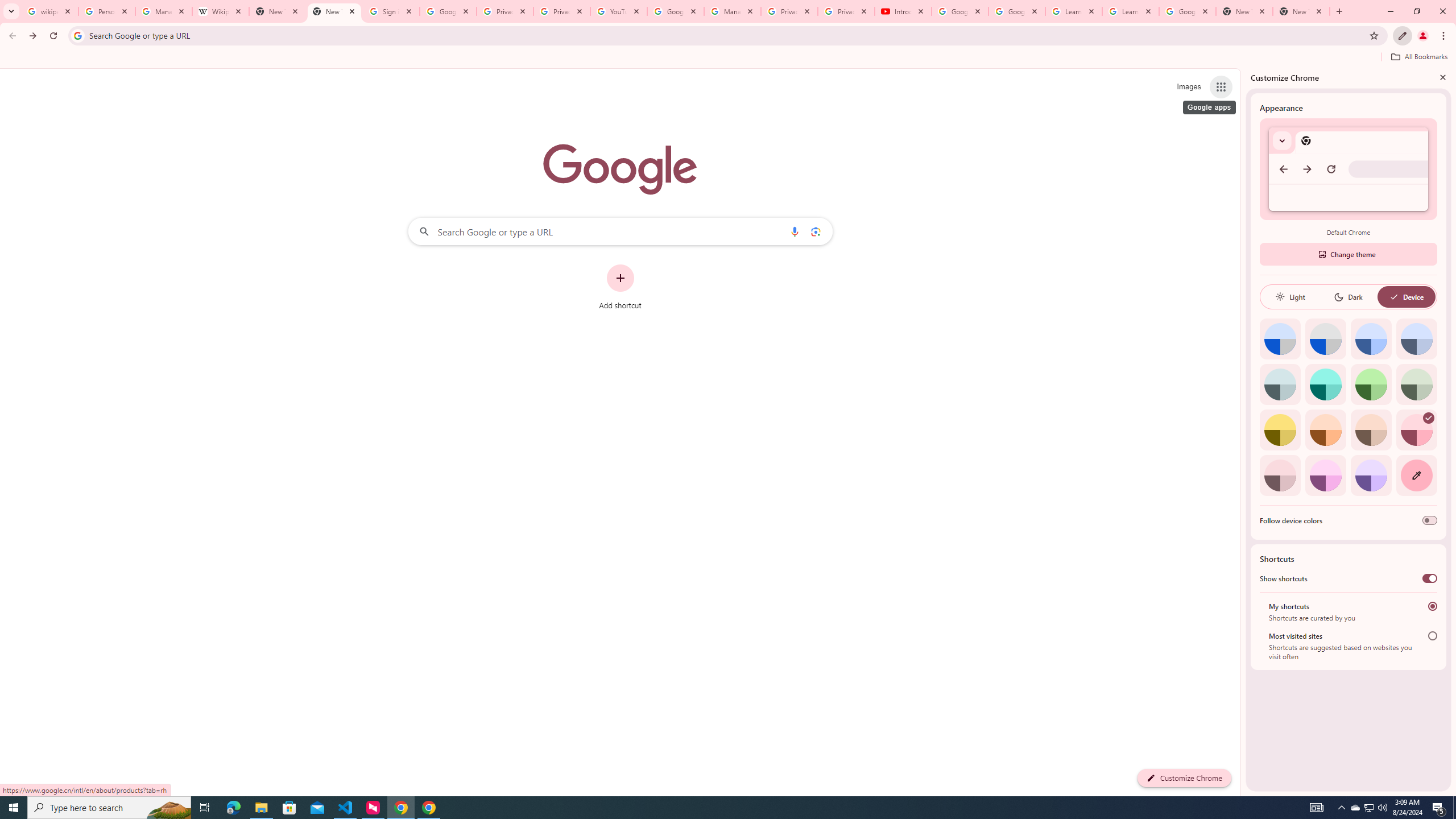 Image resolution: width=1456 pixels, height=819 pixels. Describe the element at coordinates (1371, 338) in the screenshot. I see `'Blue'` at that location.